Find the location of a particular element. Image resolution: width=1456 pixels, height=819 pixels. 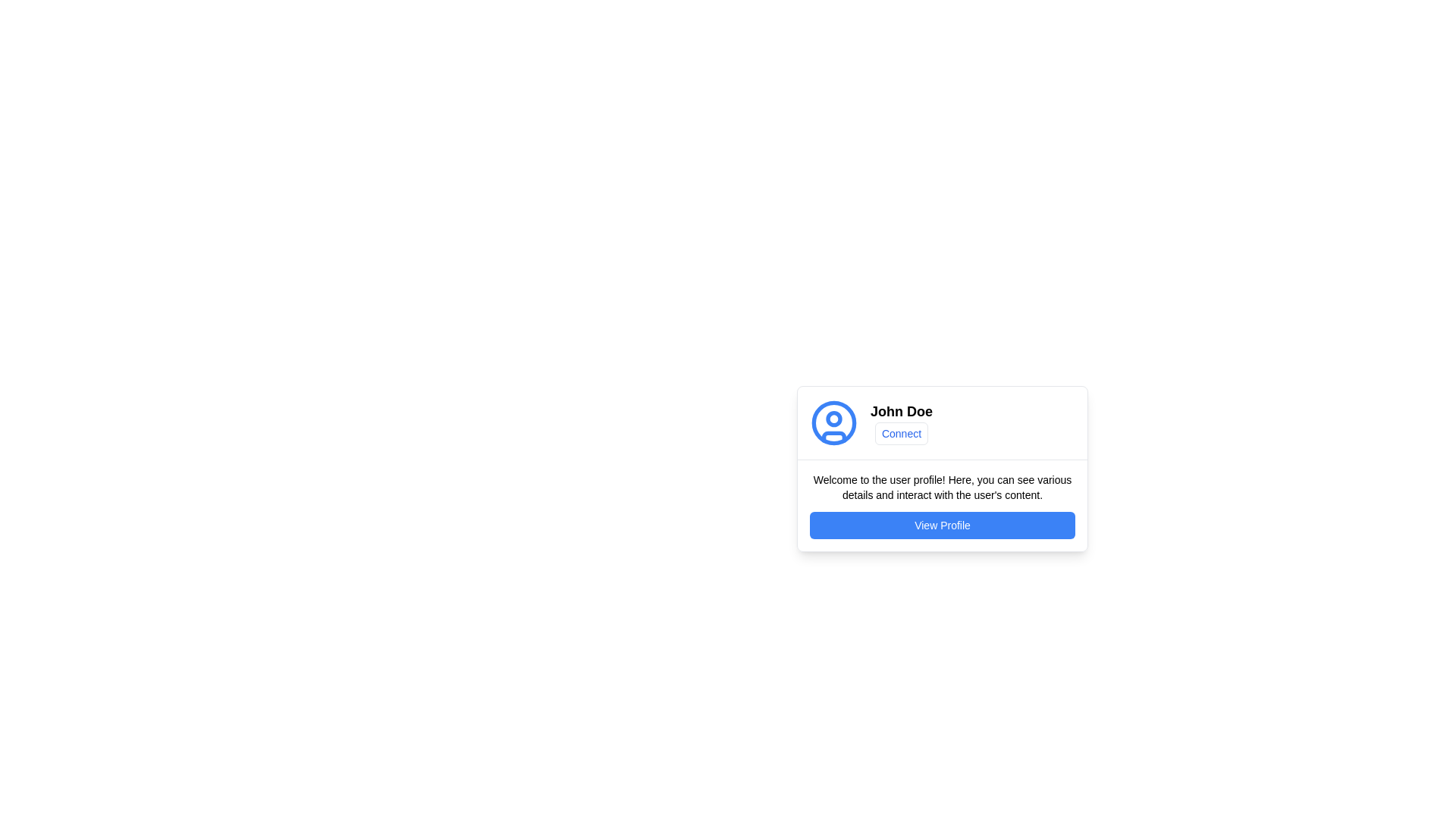

the user icon representing 'John Doe', which is styled in blue and located at the top left corner of the user information panel, to access adjacent elements like the text and 'Connect' button is located at coordinates (833, 423).